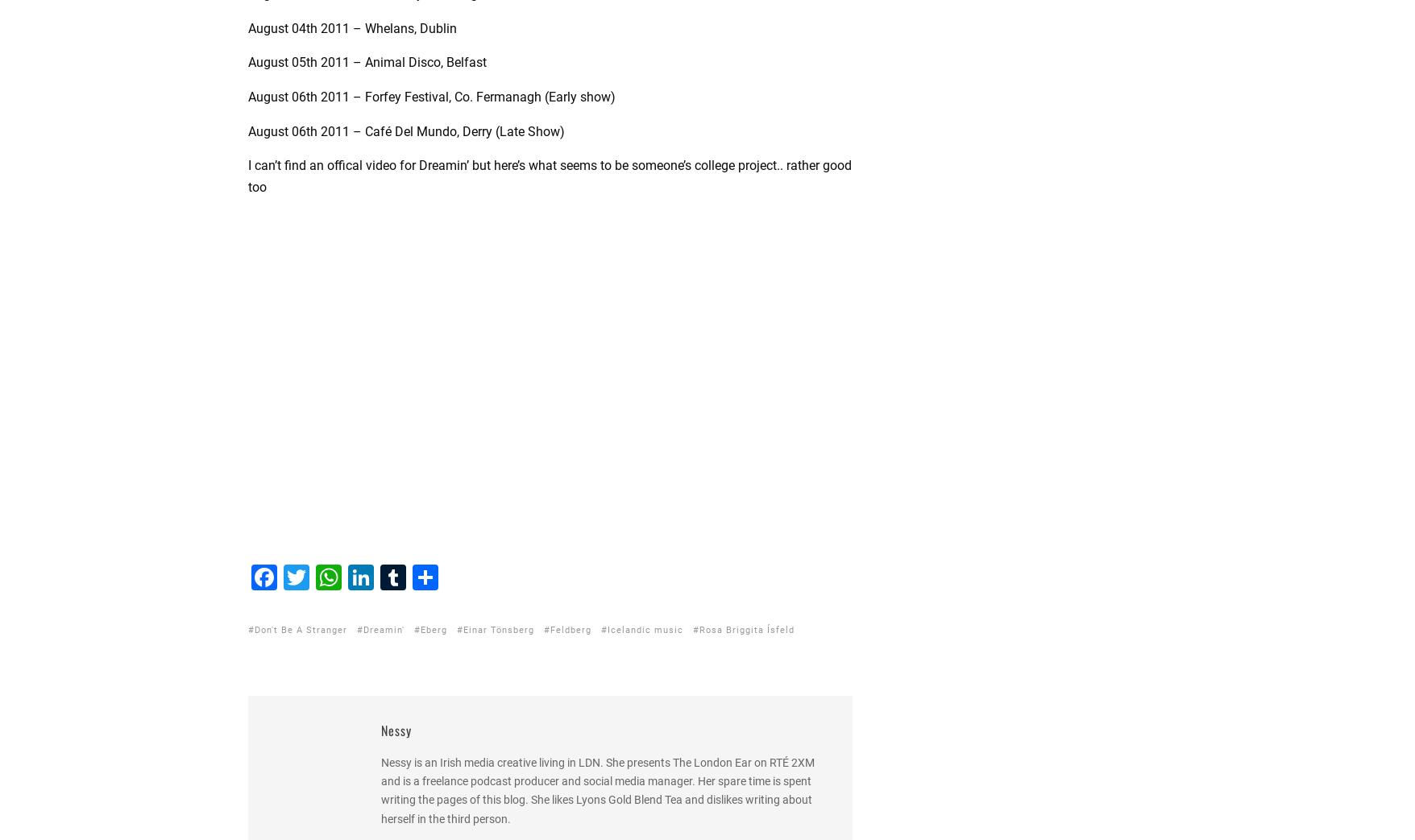 Image resolution: width=1415 pixels, height=840 pixels. Describe the element at coordinates (381, 729) in the screenshot. I see `'Nessy'` at that location.